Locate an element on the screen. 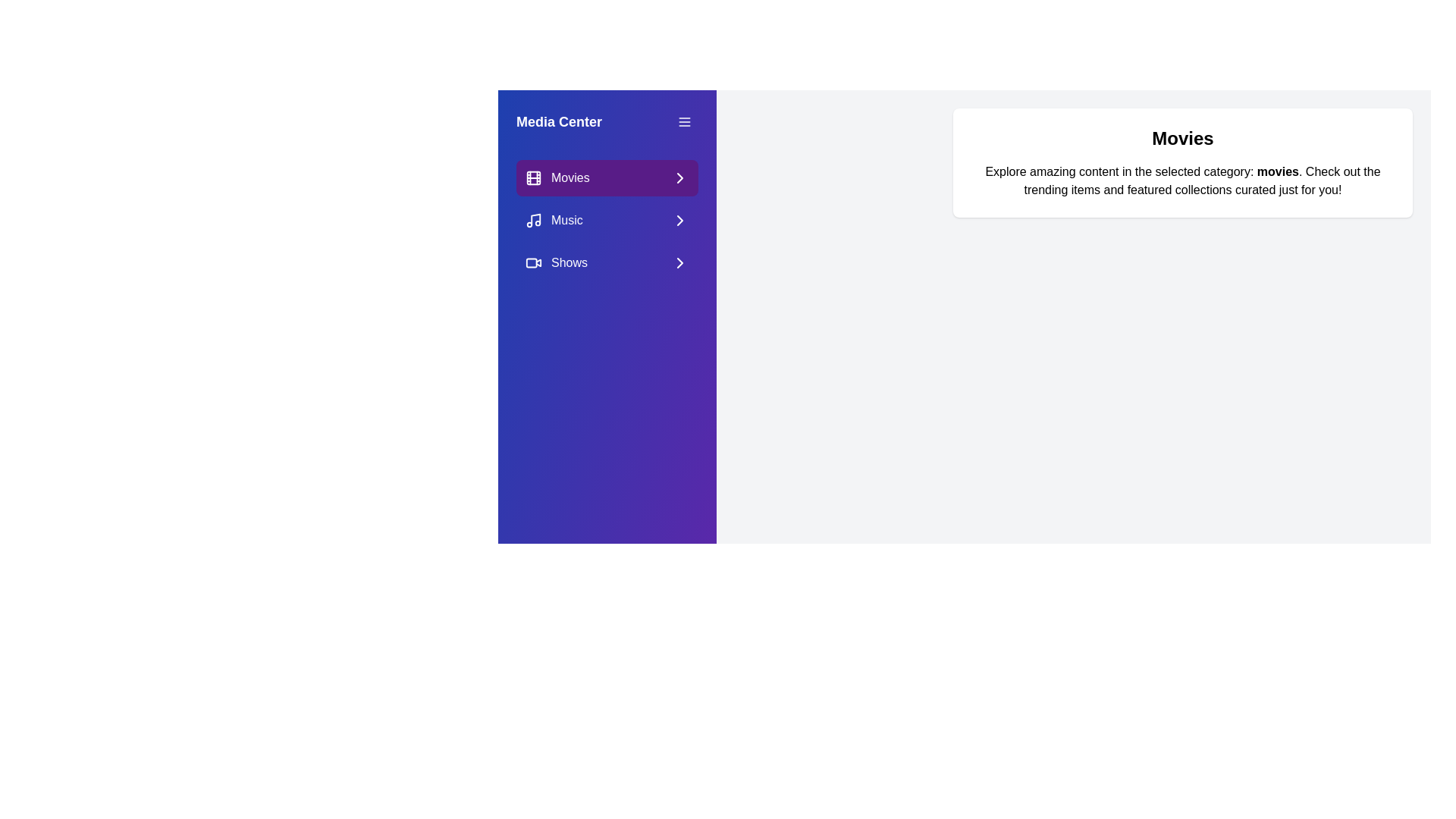 This screenshot has width=1456, height=819. the menu icon located in the upper-right corner of the purple navigation bar labeled 'Media Center' is located at coordinates (683, 121).